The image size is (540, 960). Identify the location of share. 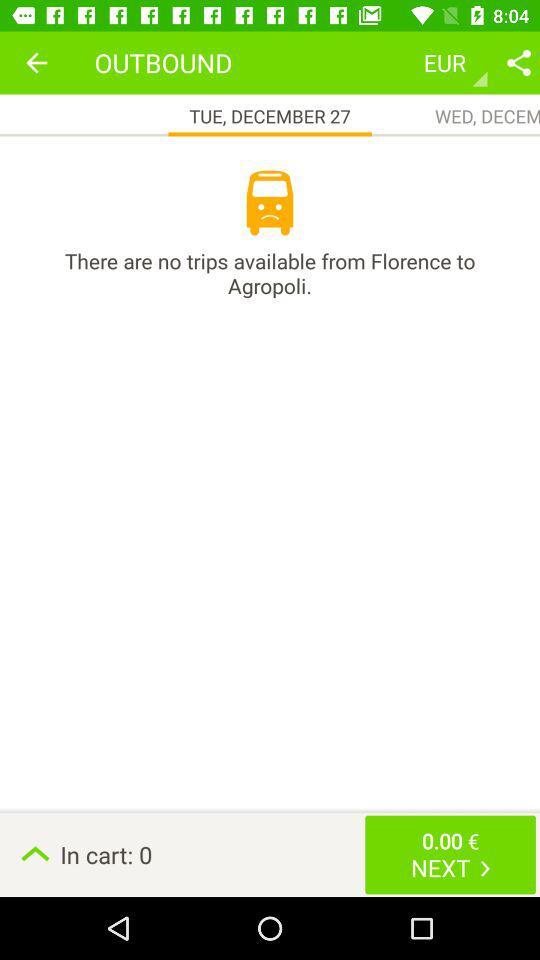
(518, 62).